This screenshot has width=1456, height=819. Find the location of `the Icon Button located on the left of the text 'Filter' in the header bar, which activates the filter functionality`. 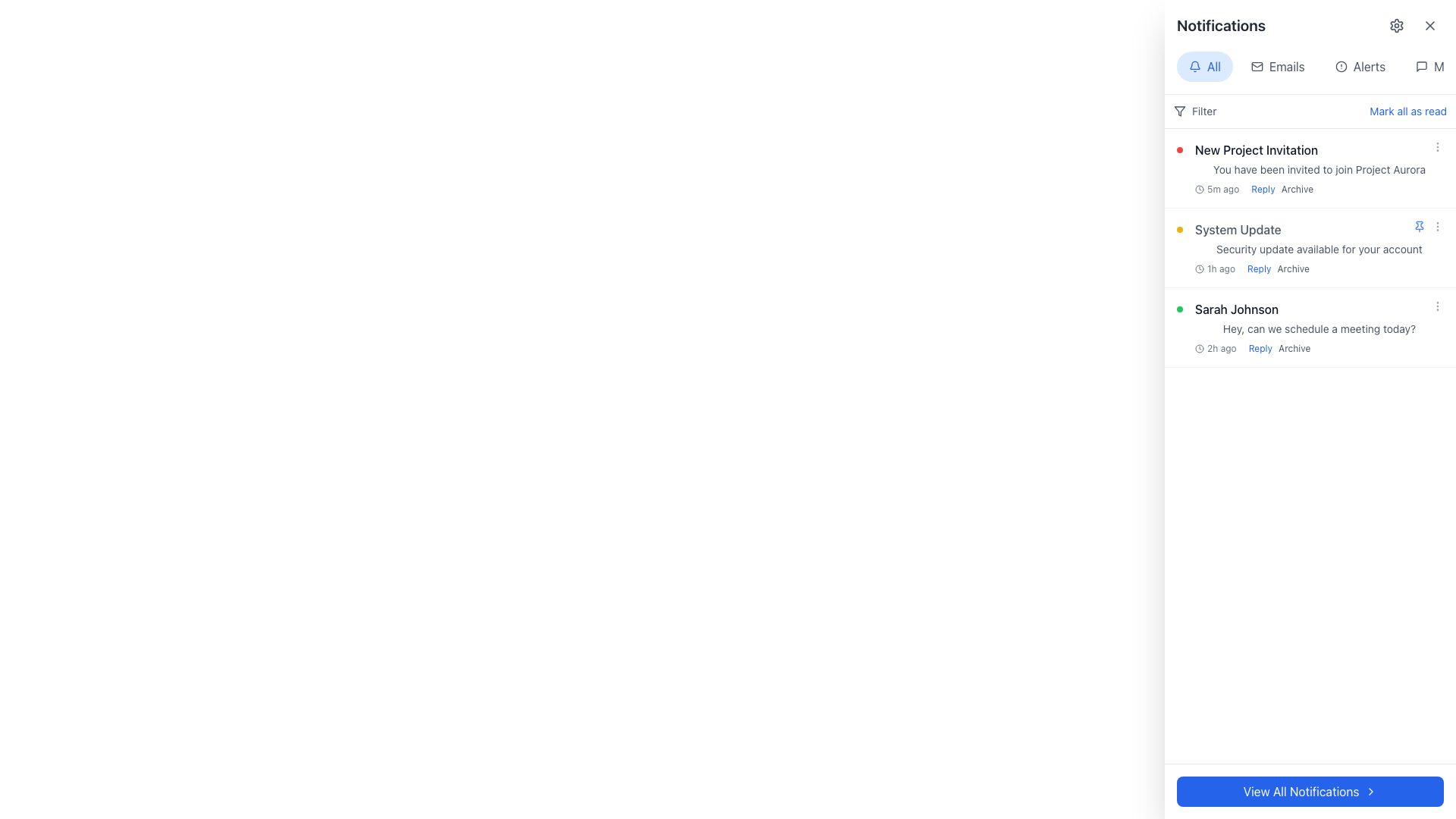

the Icon Button located on the left of the text 'Filter' in the header bar, which activates the filter functionality is located at coordinates (1178, 110).